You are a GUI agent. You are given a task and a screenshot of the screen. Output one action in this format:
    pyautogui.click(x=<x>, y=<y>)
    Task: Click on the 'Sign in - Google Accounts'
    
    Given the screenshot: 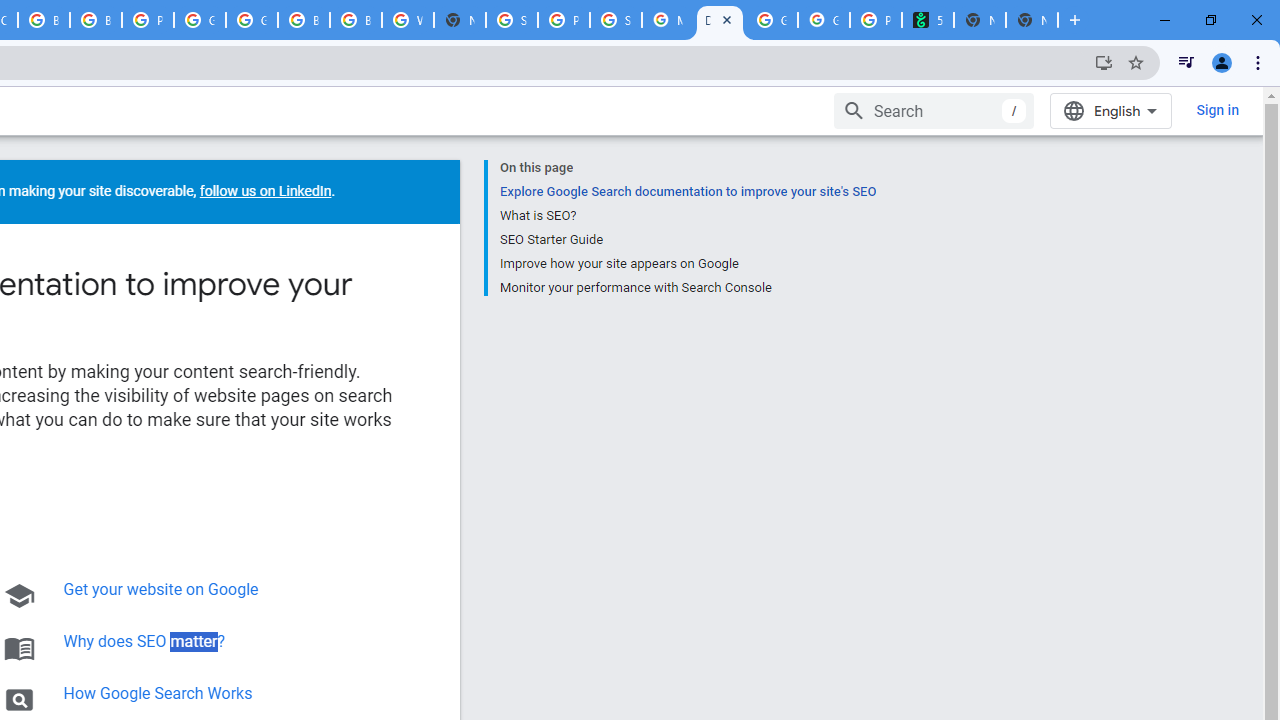 What is the action you would take?
    pyautogui.click(x=512, y=20)
    